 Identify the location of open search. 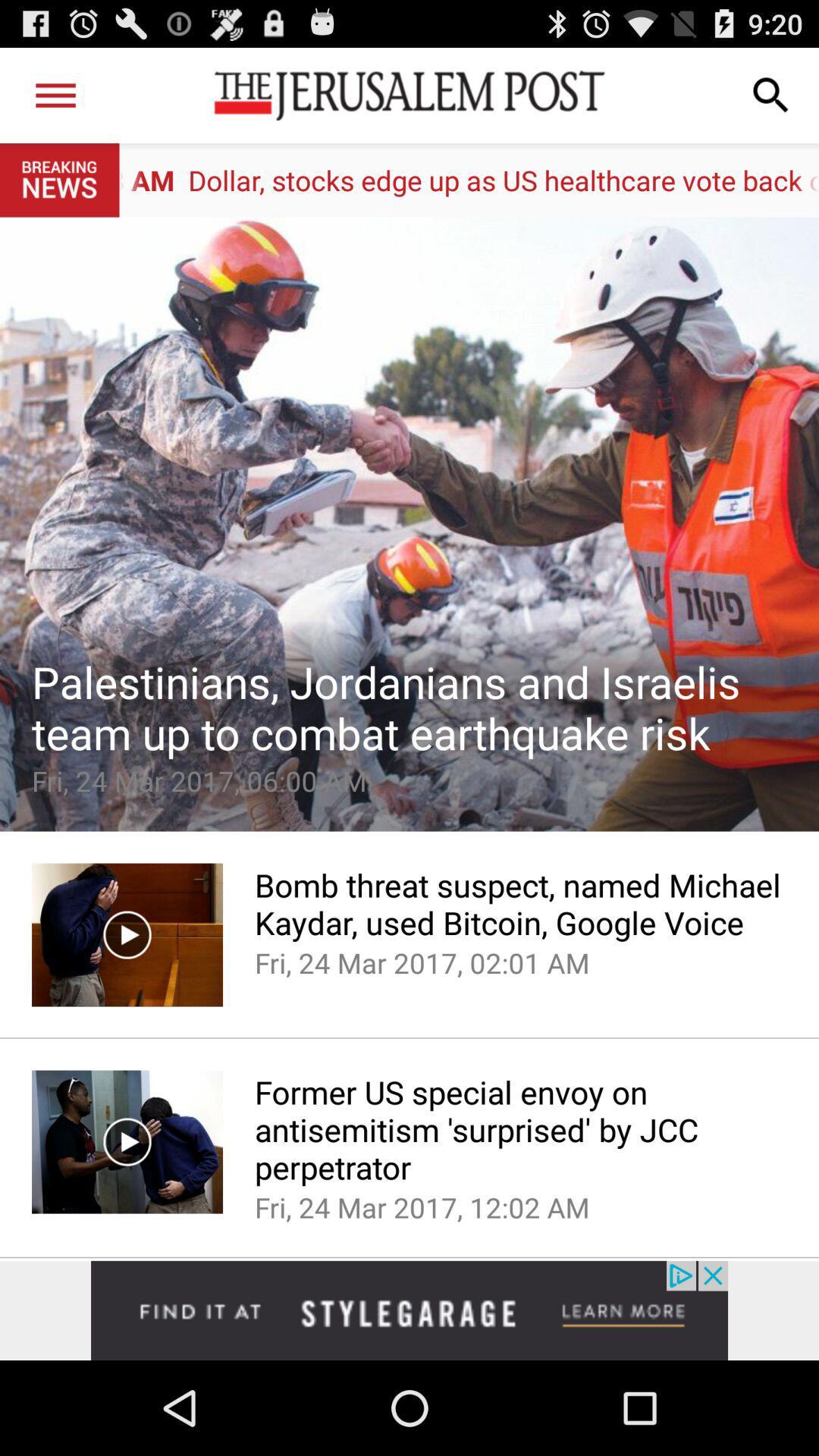
(771, 94).